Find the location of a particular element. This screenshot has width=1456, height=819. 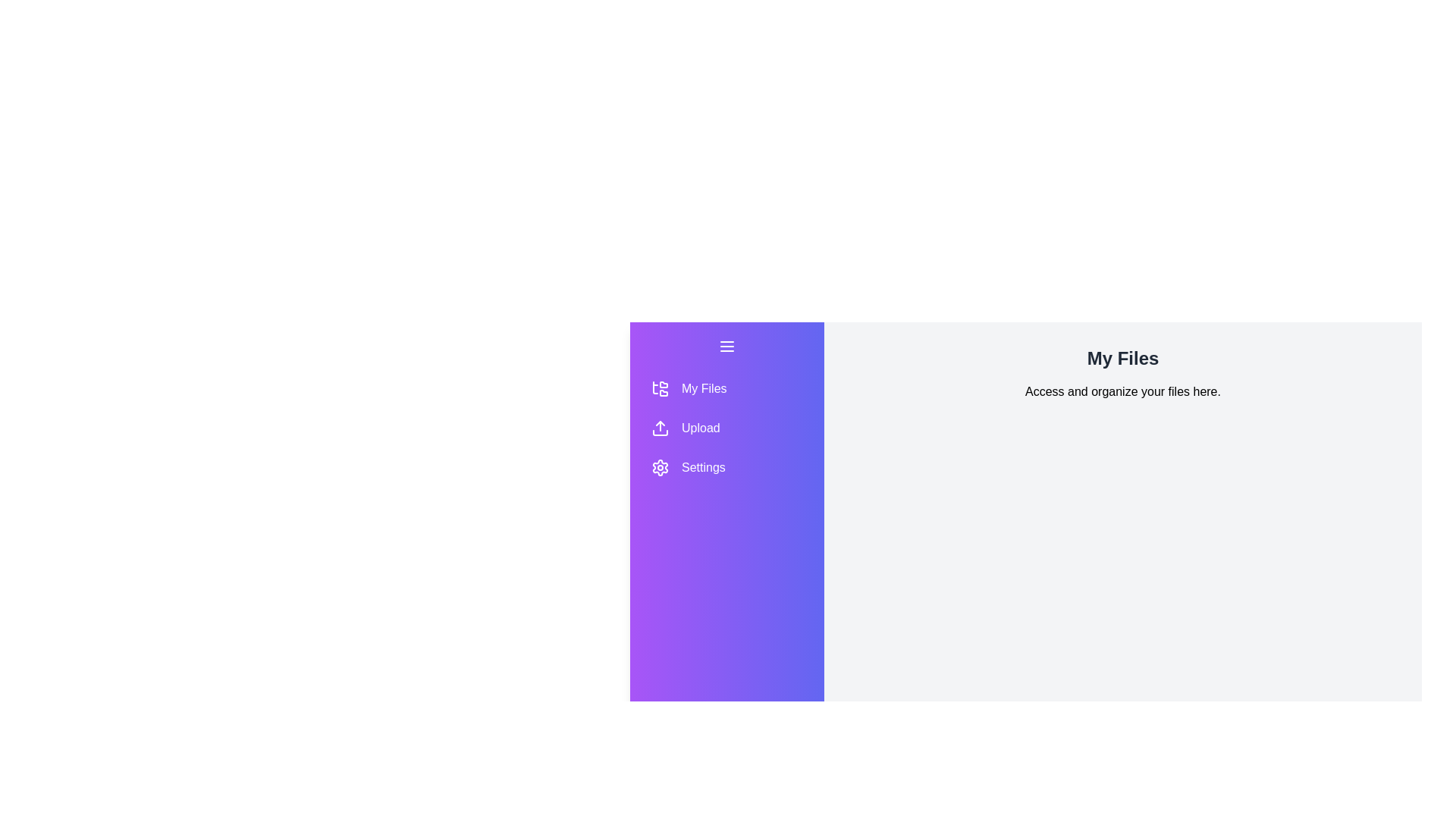

the section button to navigate to Settings is located at coordinates (726, 467).